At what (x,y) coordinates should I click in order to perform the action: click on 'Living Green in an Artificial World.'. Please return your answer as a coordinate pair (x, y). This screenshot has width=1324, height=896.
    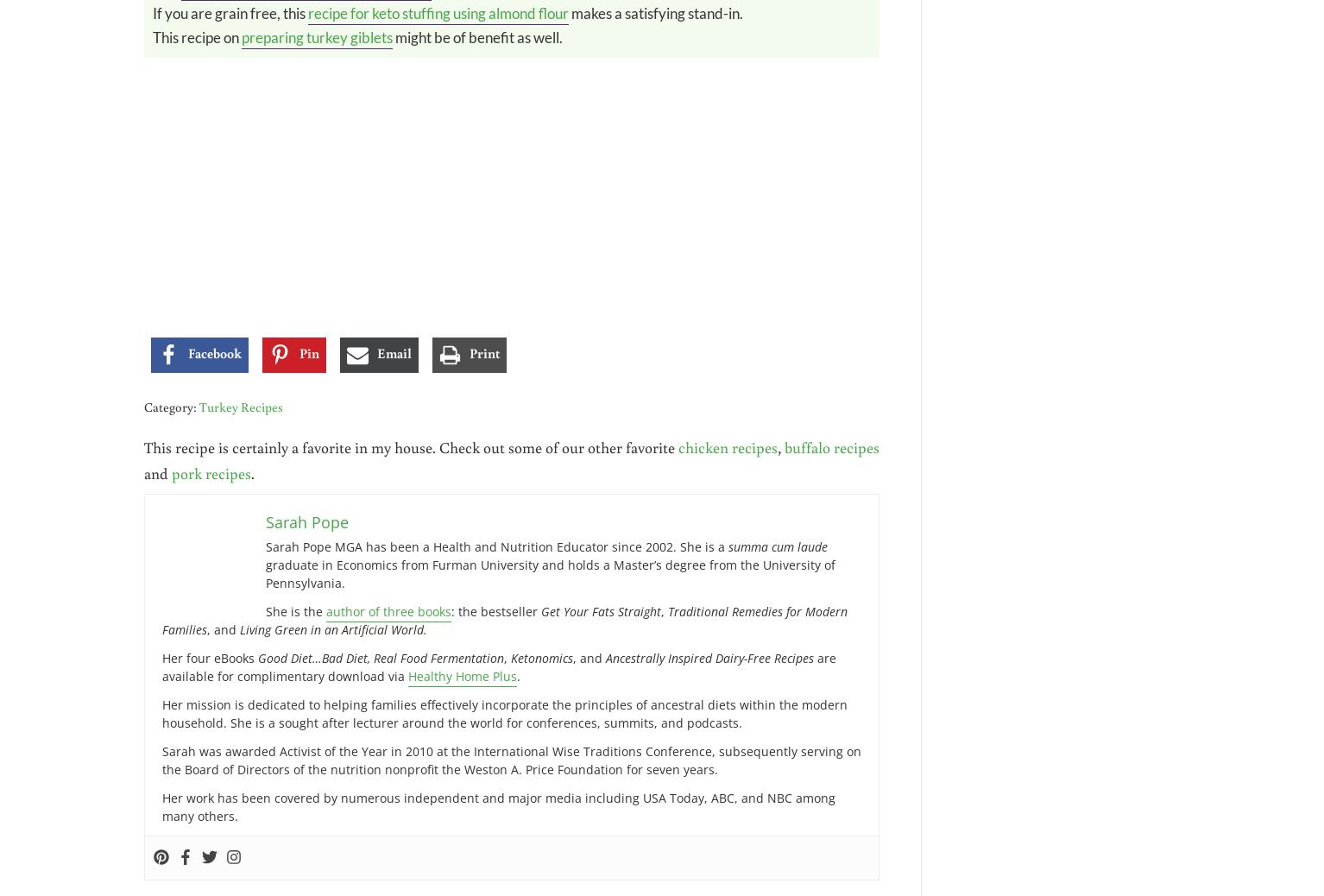
    Looking at the image, I should click on (239, 628).